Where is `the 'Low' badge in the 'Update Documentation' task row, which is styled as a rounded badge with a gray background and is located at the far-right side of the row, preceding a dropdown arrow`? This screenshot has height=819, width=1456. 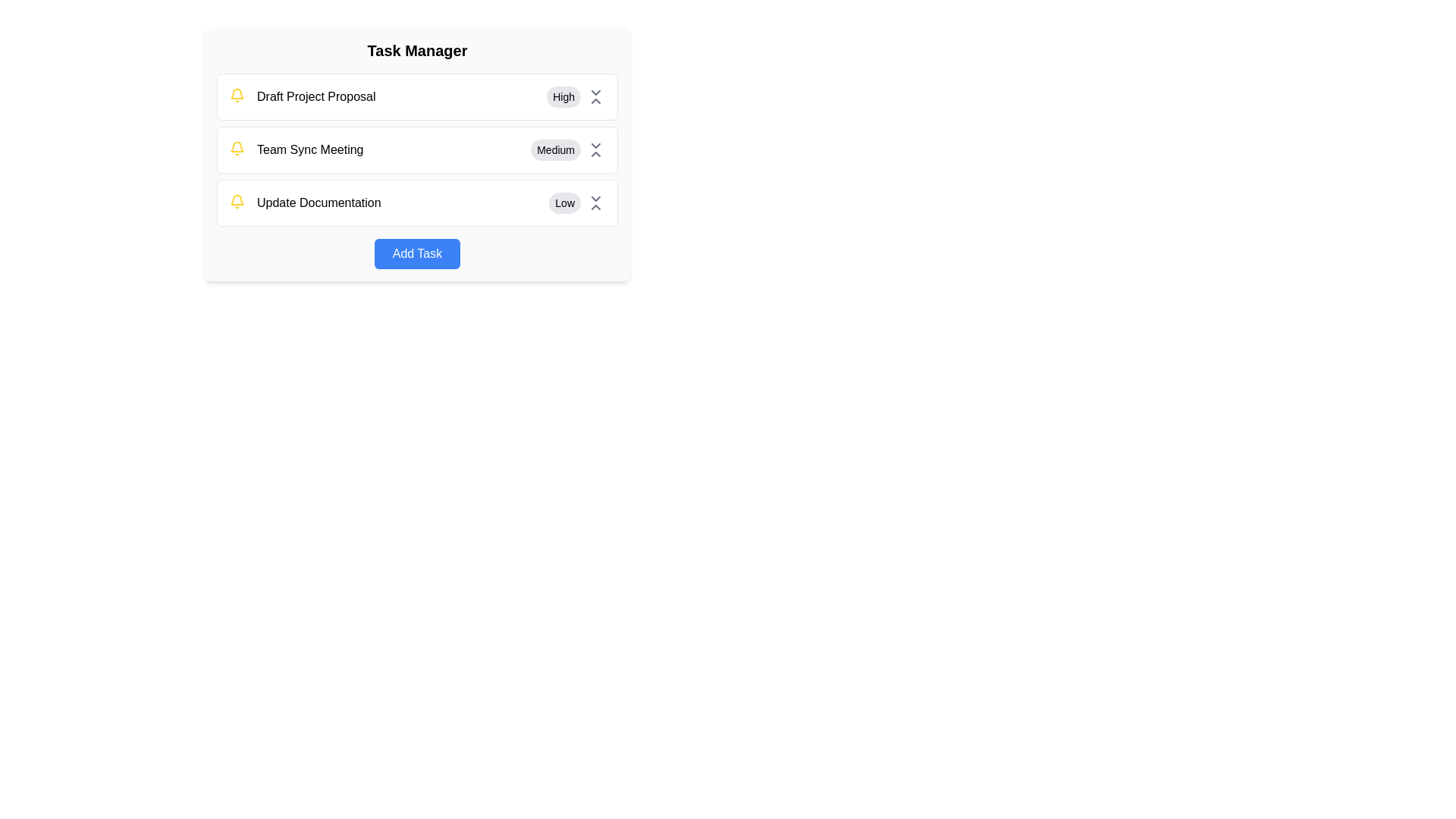 the 'Low' badge in the 'Update Documentation' task row, which is styled as a rounded badge with a gray background and is located at the far-right side of the row, preceding a dropdown arrow is located at coordinates (576, 202).